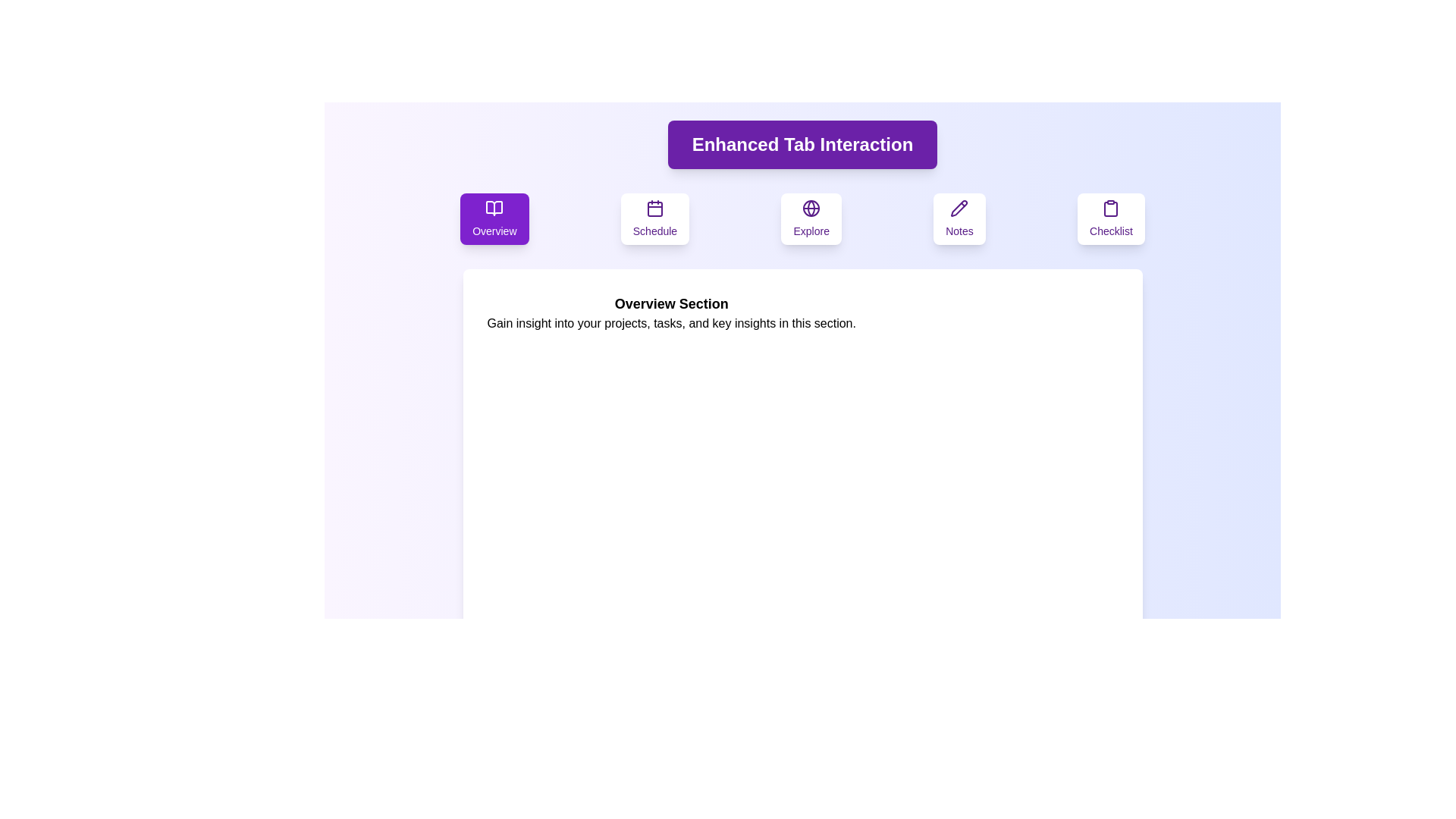 The height and width of the screenshot is (819, 1456). I want to click on the central rectangle of the calendar icon labeled 'Schedule' to trigger navigation to the schedule page, so click(655, 209).